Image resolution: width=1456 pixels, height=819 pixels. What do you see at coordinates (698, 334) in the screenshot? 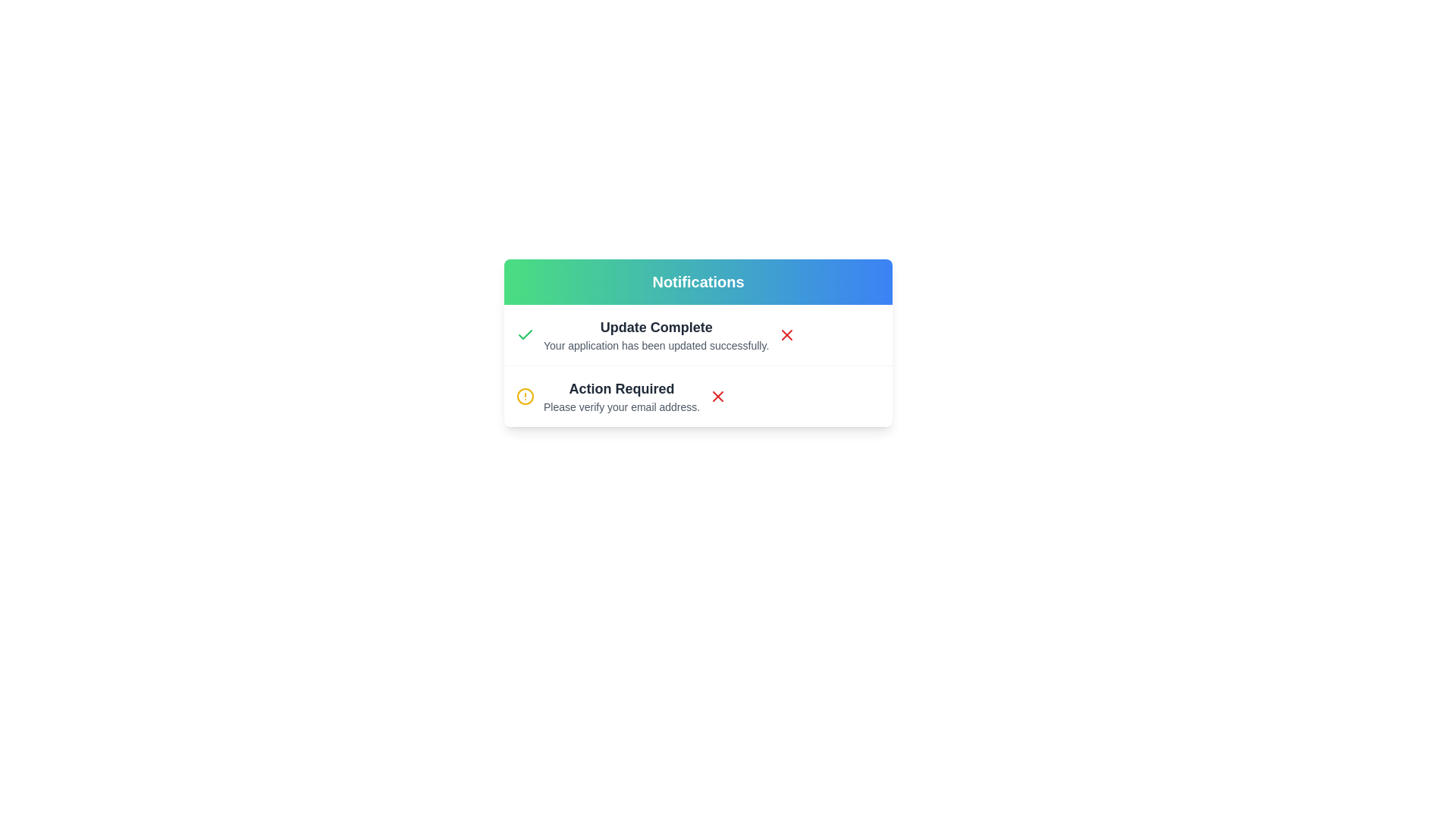
I see `success message from the Notification message that includes a checkmark icon and the text 'Update Complete' with subtitle 'Your application has been updated successfully.'` at bounding box center [698, 334].